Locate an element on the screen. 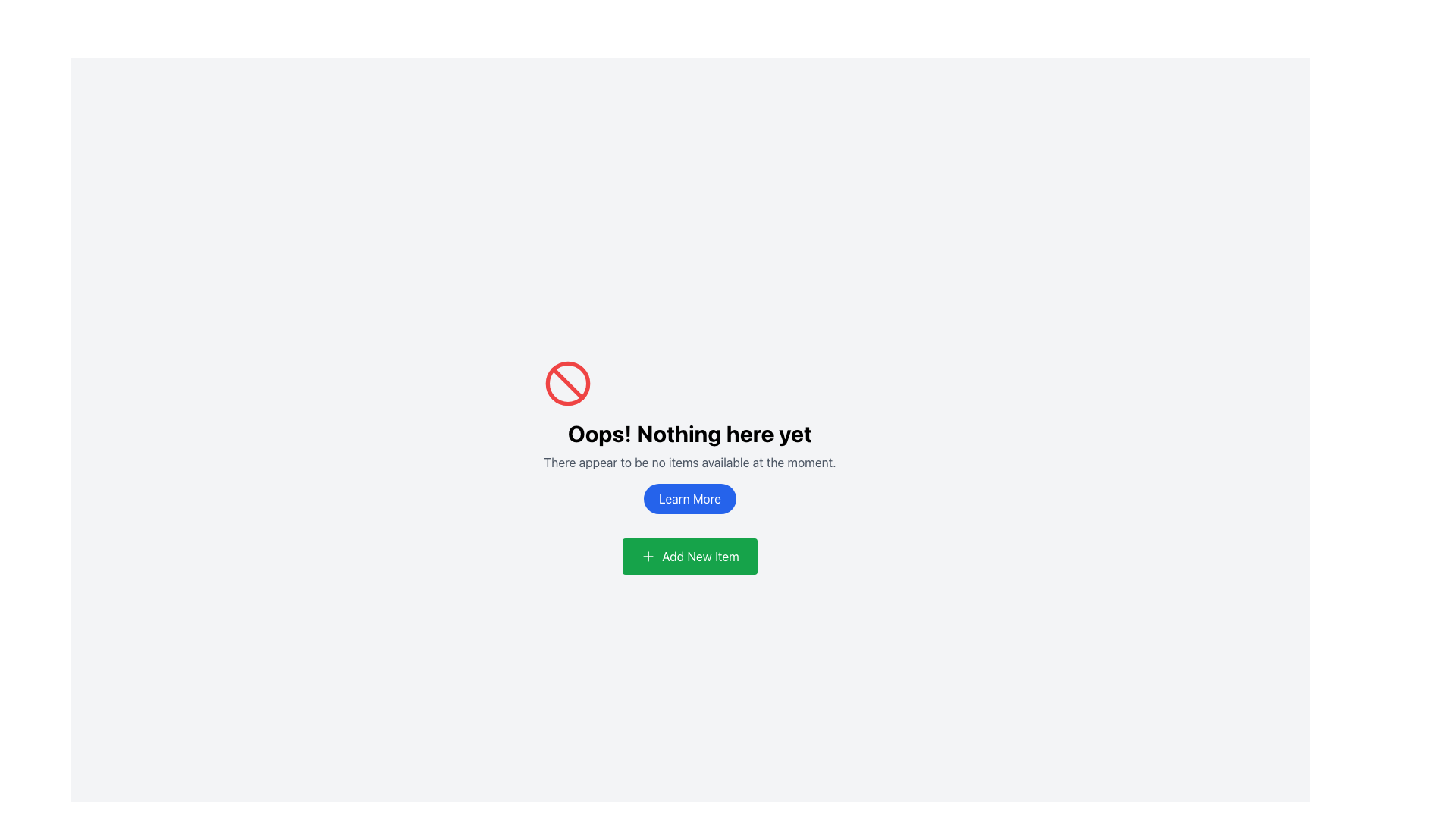 Image resolution: width=1456 pixels, height=819 pixels. the small '+' icon on the green 'Add New Item' button, which is positioned at the center bottom below the blue 'Learn More' button is located at coordinates (648, 556).